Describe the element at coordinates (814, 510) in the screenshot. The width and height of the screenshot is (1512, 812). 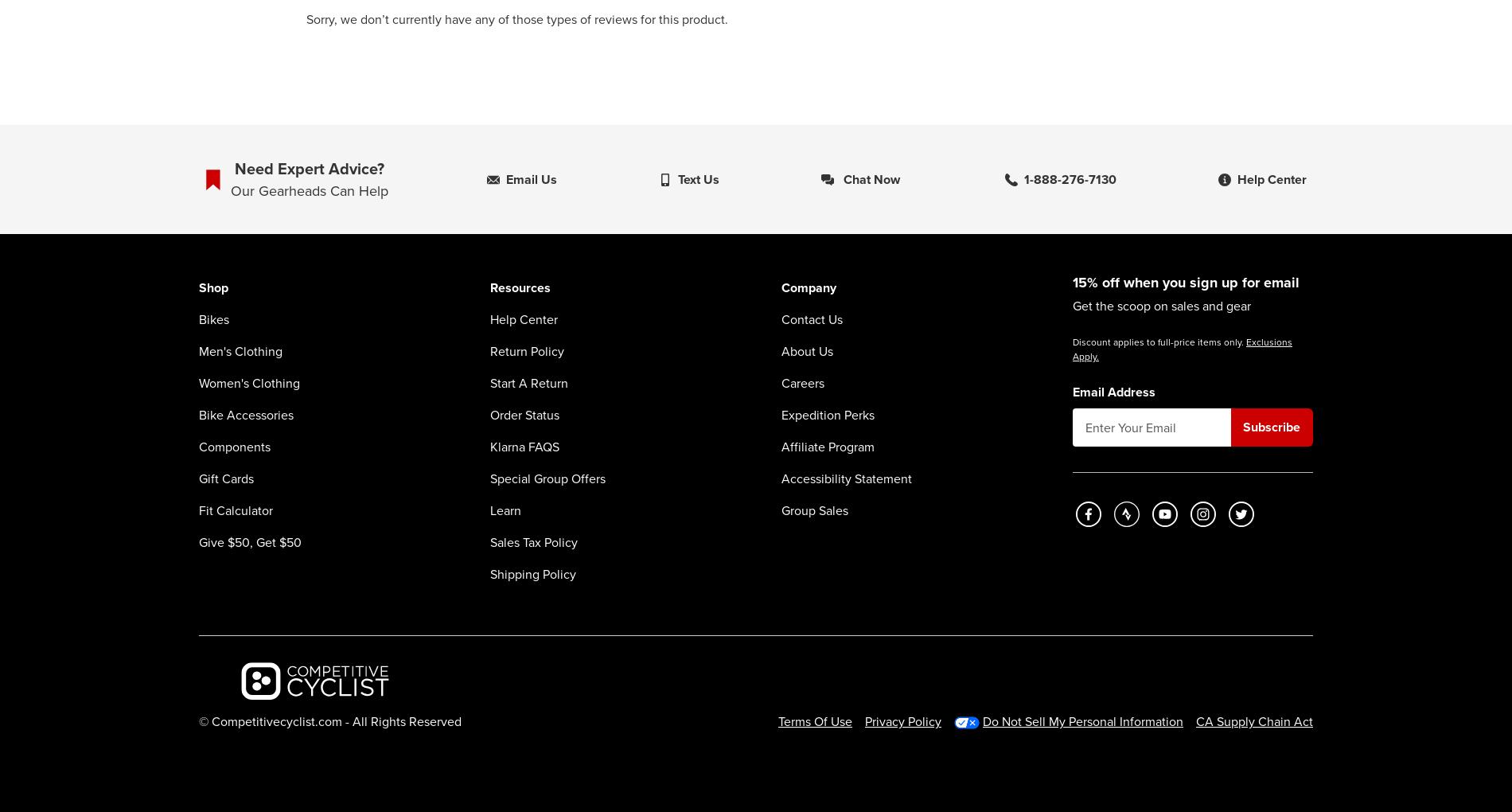
I see `'Group Sales'` at that location.